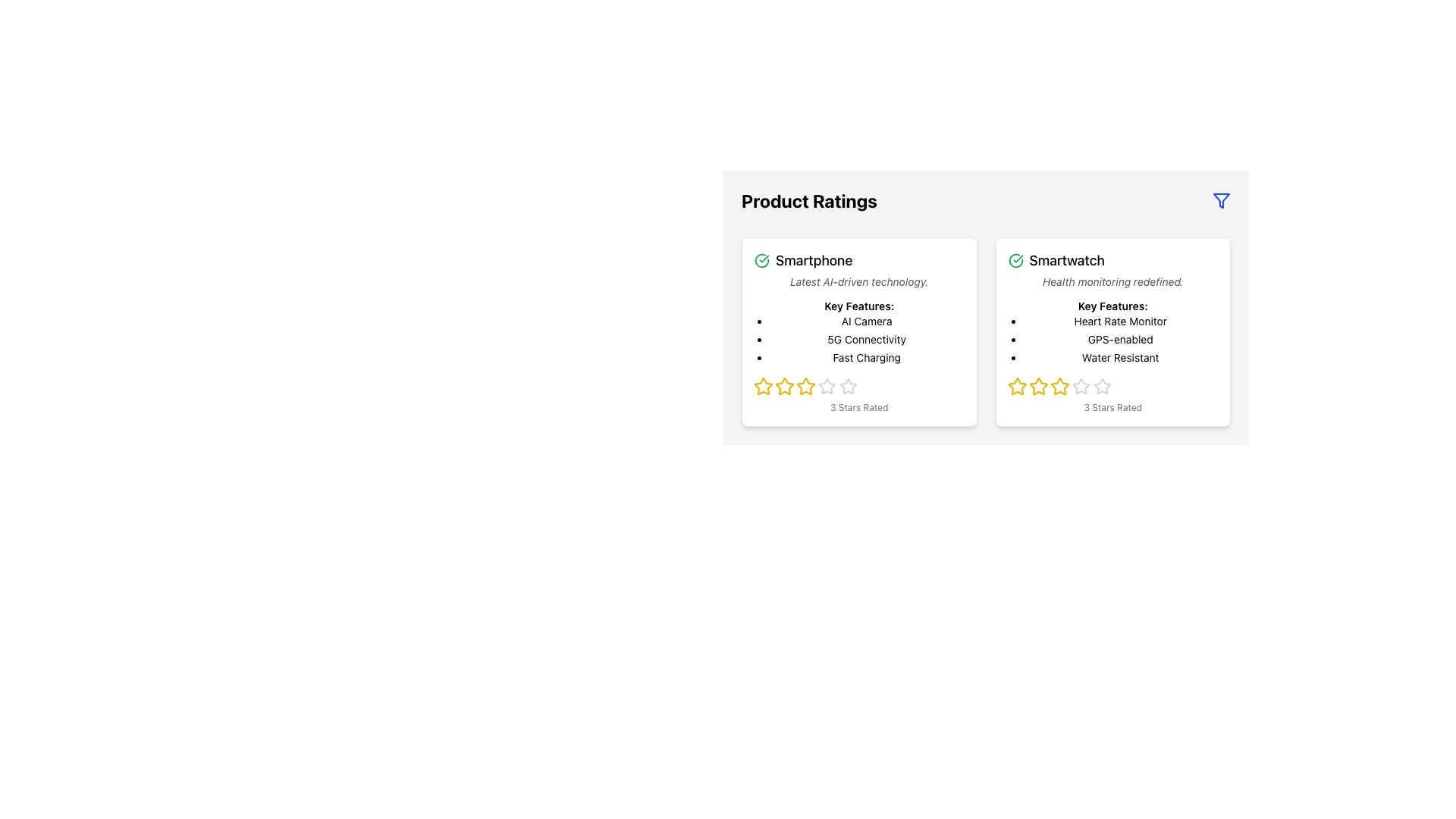 Image resolution: width=1456 pixels, height=819 pixels. I want to click on the fourth star in the 5-star rating system for the Smartwatch product card to rate it as 4 stars, so click(1059, 385).